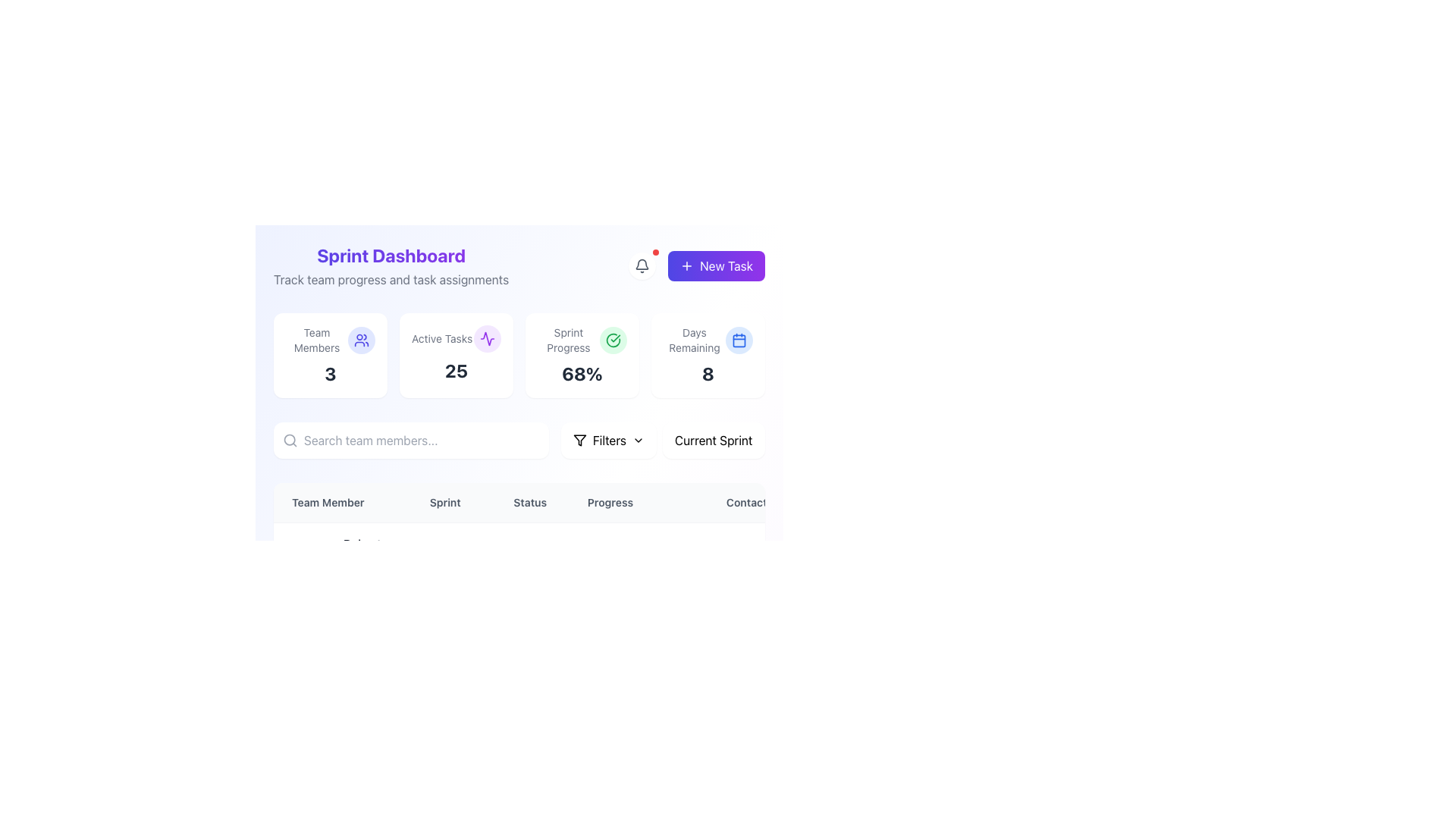 Image resolution: width=1456 pixels, height=819 pixels. I want to click on the graphical representation of an activity graph with a purple stroke color, located at the top right corner of the UI, adjacent to the 'New Task' button, so click(488, 338).